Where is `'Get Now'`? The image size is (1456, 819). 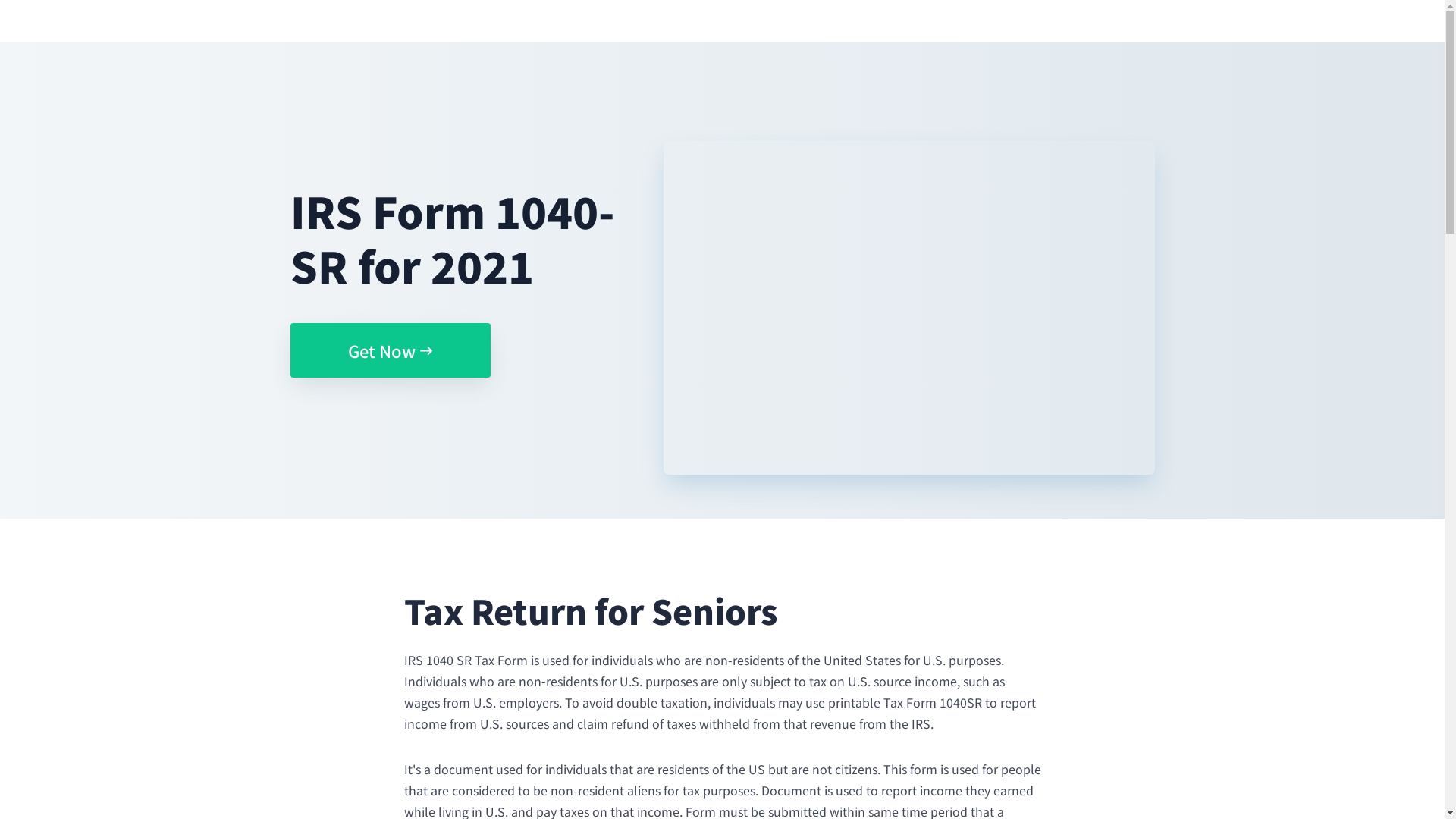 'Get Now' is located at coordinates (290, 350).